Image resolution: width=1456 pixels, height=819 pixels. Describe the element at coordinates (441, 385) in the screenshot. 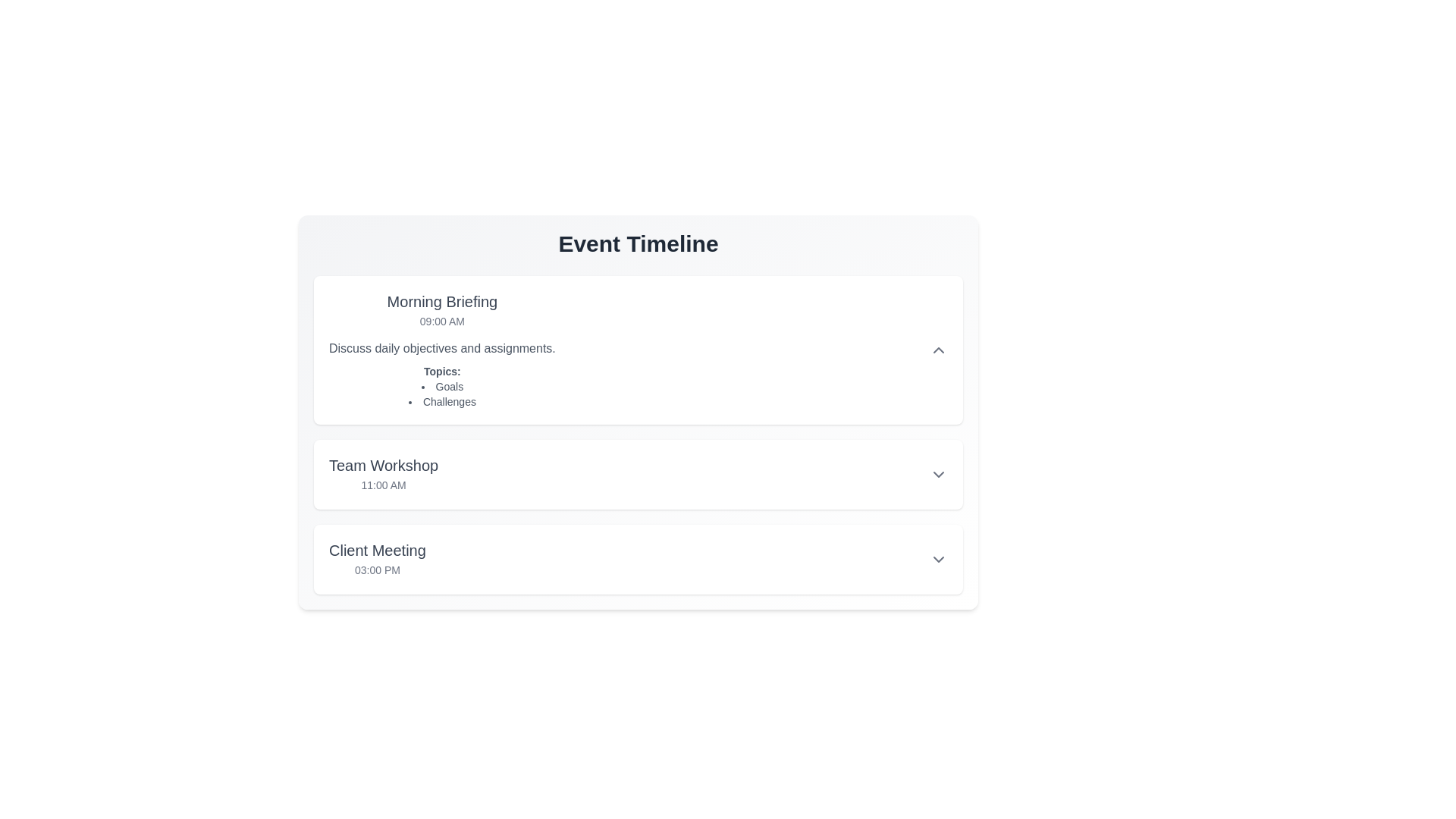

I see `the 'Topics:' text block which lists 'Goals' and 'Challenges' in the 'Morning Briefing' section` at that location.